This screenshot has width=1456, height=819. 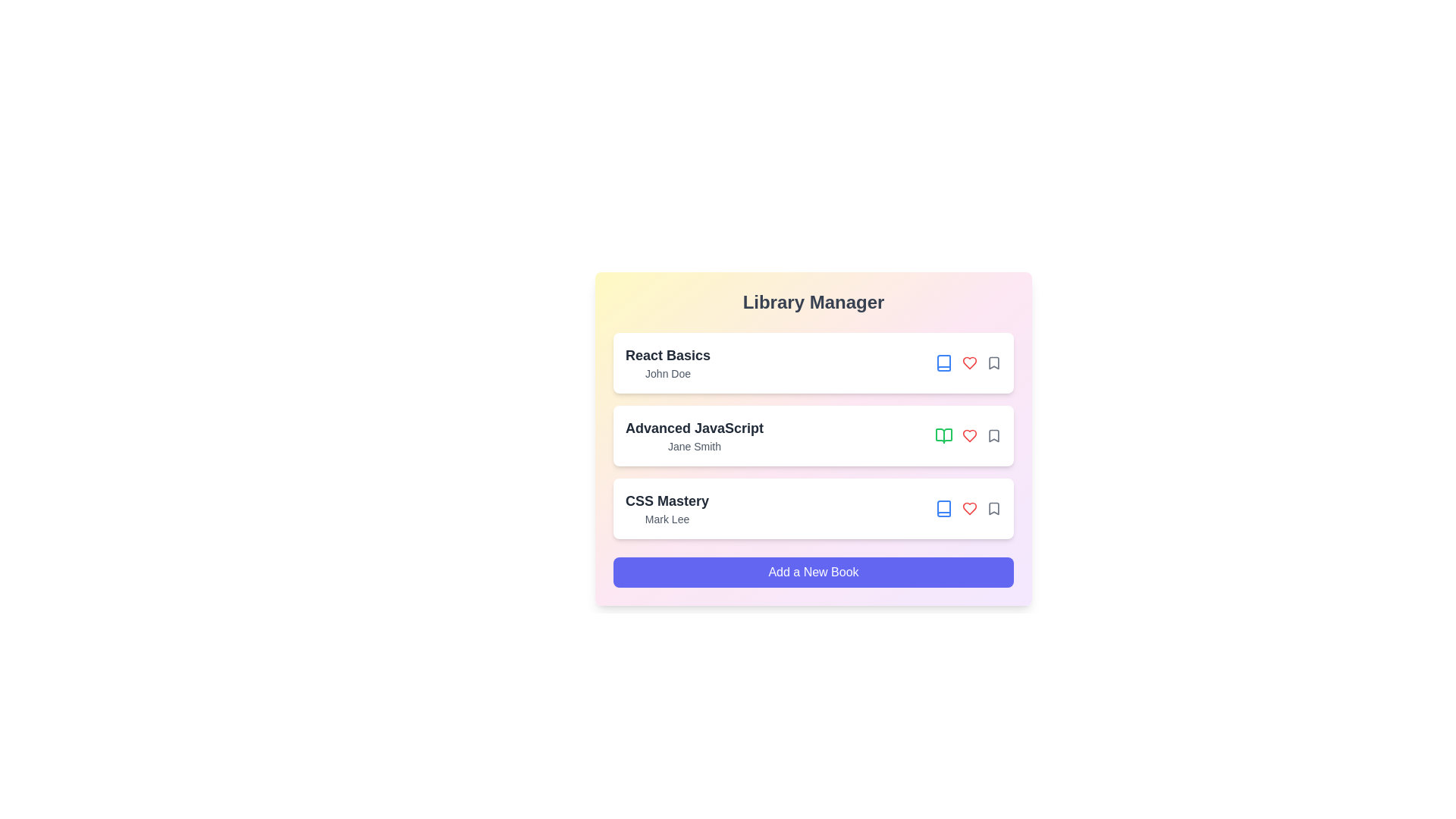 What do you see at coordinates (626, 345) in the screenshot?
I see `the book title to view its details` at bounding box center [626, 345].